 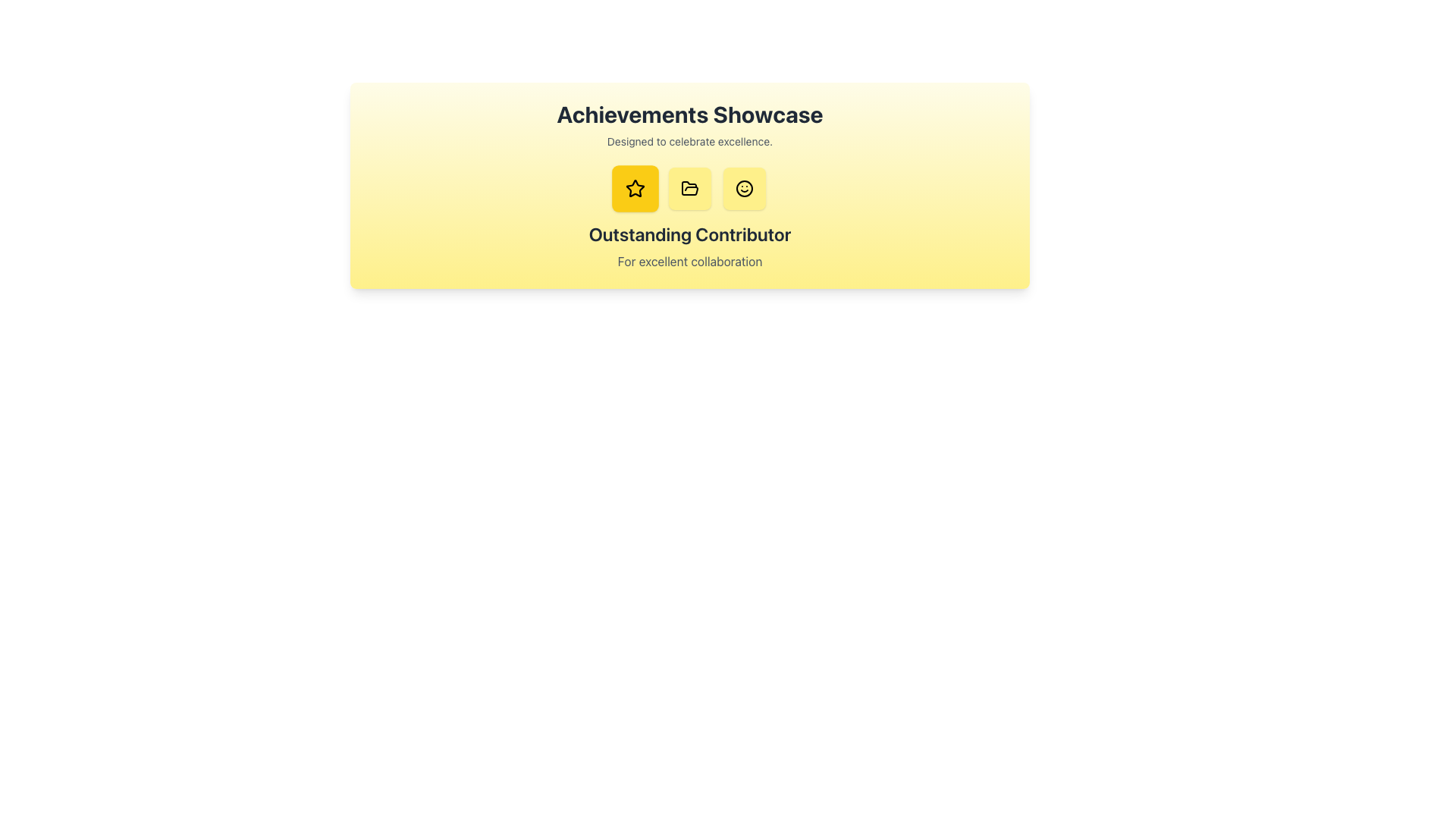 What do you see at coordinates (689, 113) in the screenshot?
I see `the text header that says 'Achievements Showcase', which is styled in a bold, large font and is prominently positioned at the top of the yellow-themed card` at bounding box center [689, 113].